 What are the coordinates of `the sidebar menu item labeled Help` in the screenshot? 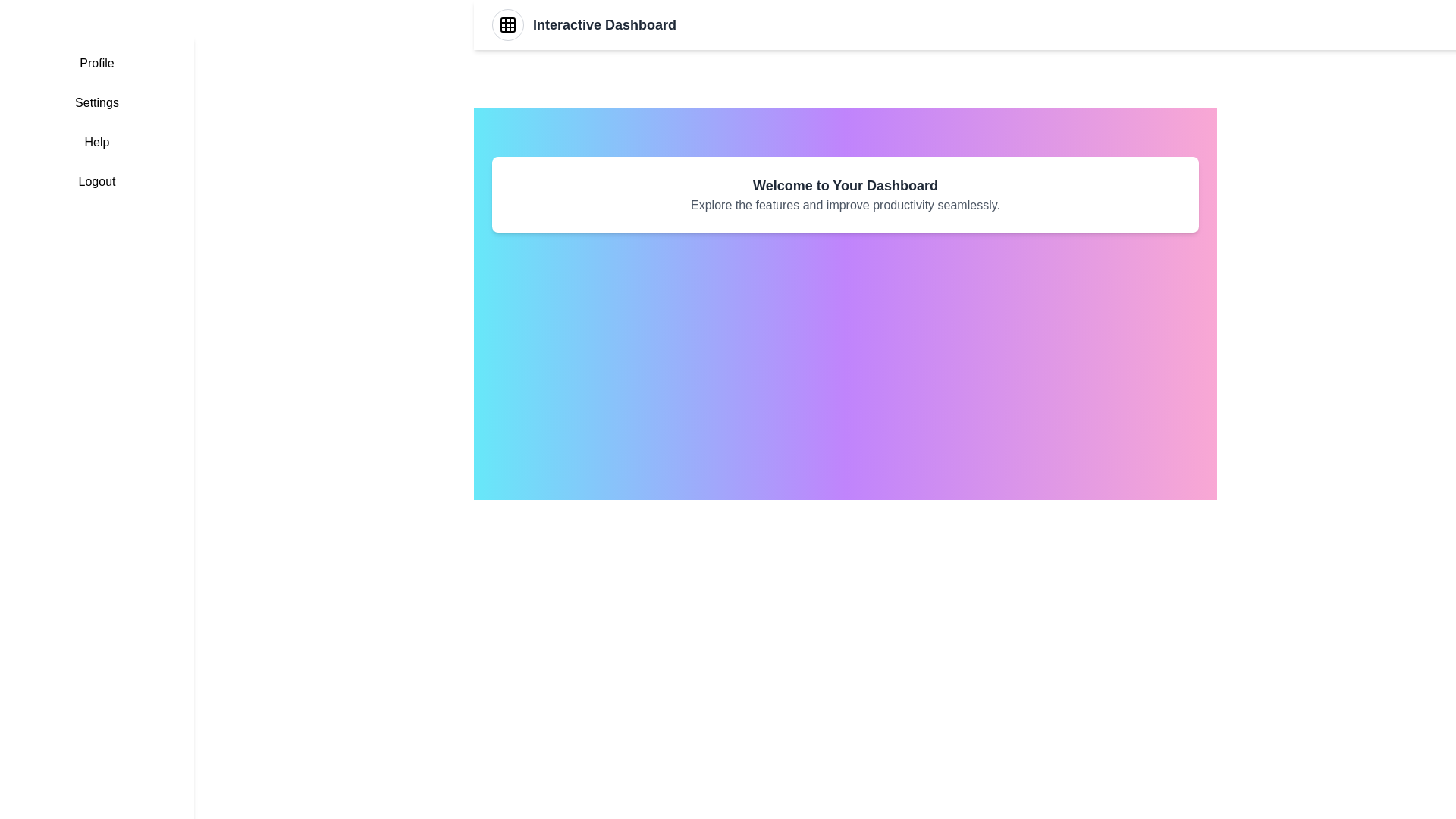 It's located at (96, 143).